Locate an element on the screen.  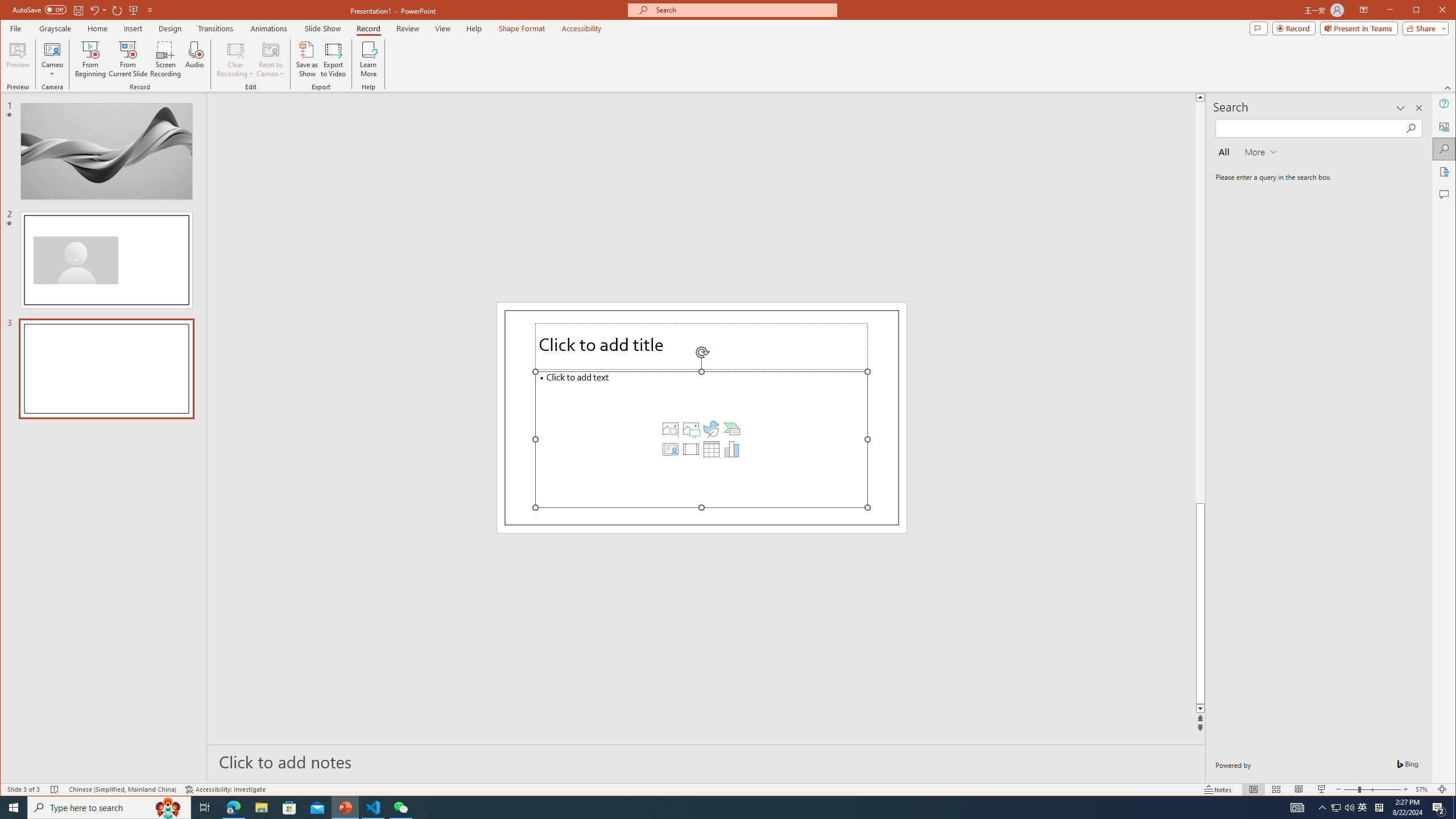
'Learn More' is located at coordinates (368, 59).